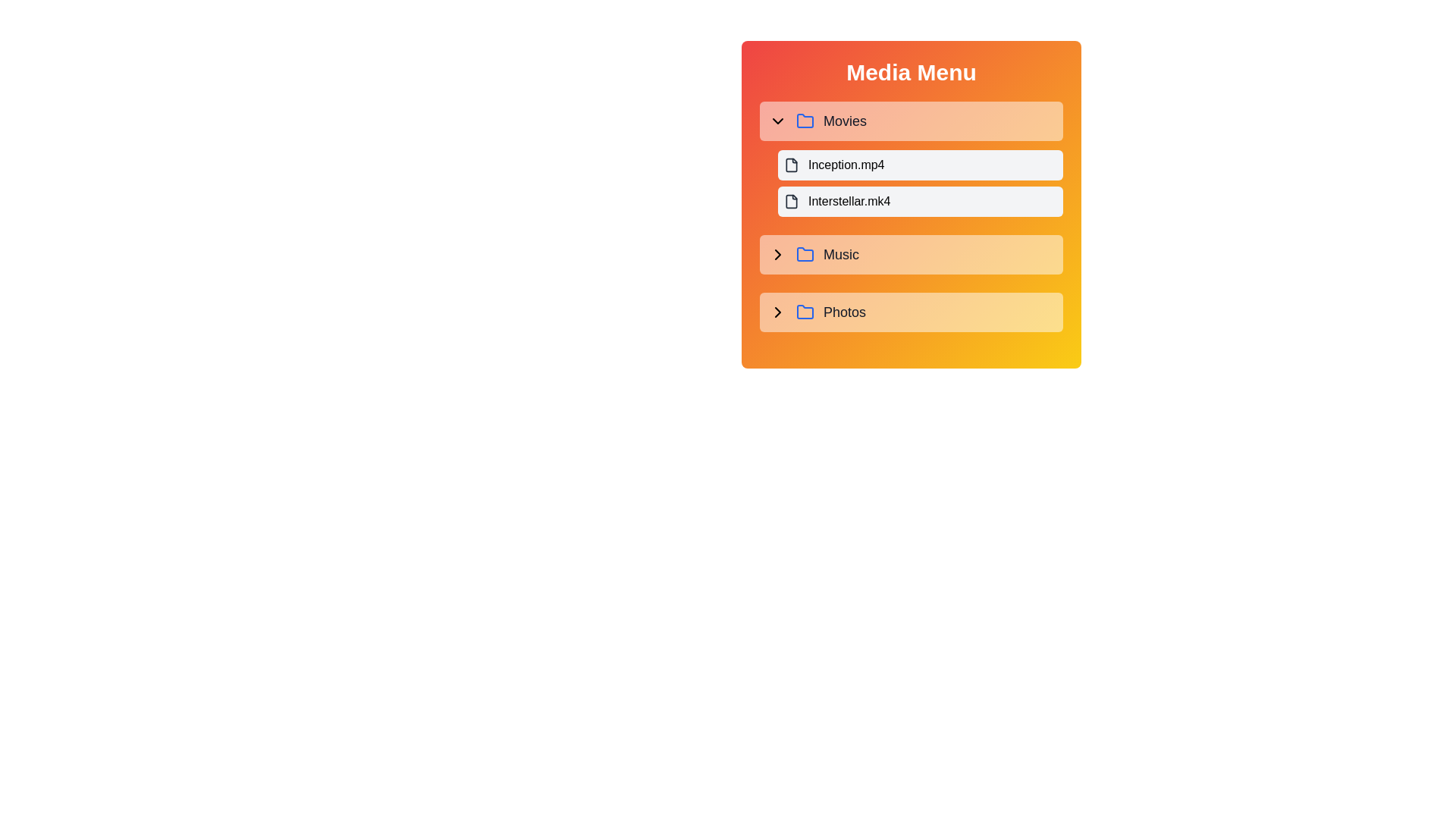  I want to click on the 'Photos' Folder menu item, which is located within a menu panel with a gradient orange background, featuring a blue folder icon and a right arrow icon, positioned as the third main category below 'Movies' and 'Music', so click(817, 312).